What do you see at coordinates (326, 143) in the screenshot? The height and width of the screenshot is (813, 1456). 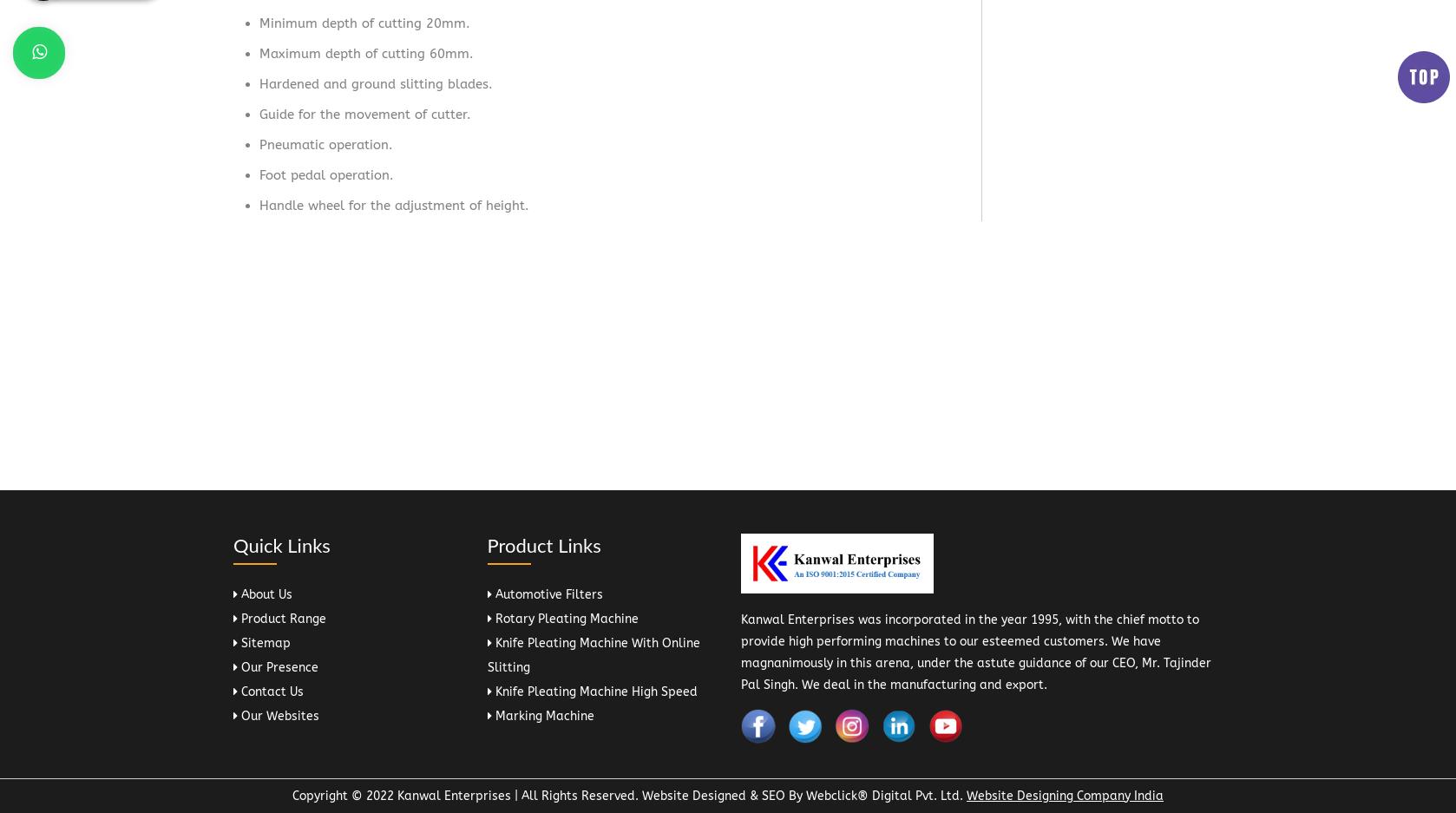 I see `'Pneumatic operation.'` at bounding box center [326, 143].